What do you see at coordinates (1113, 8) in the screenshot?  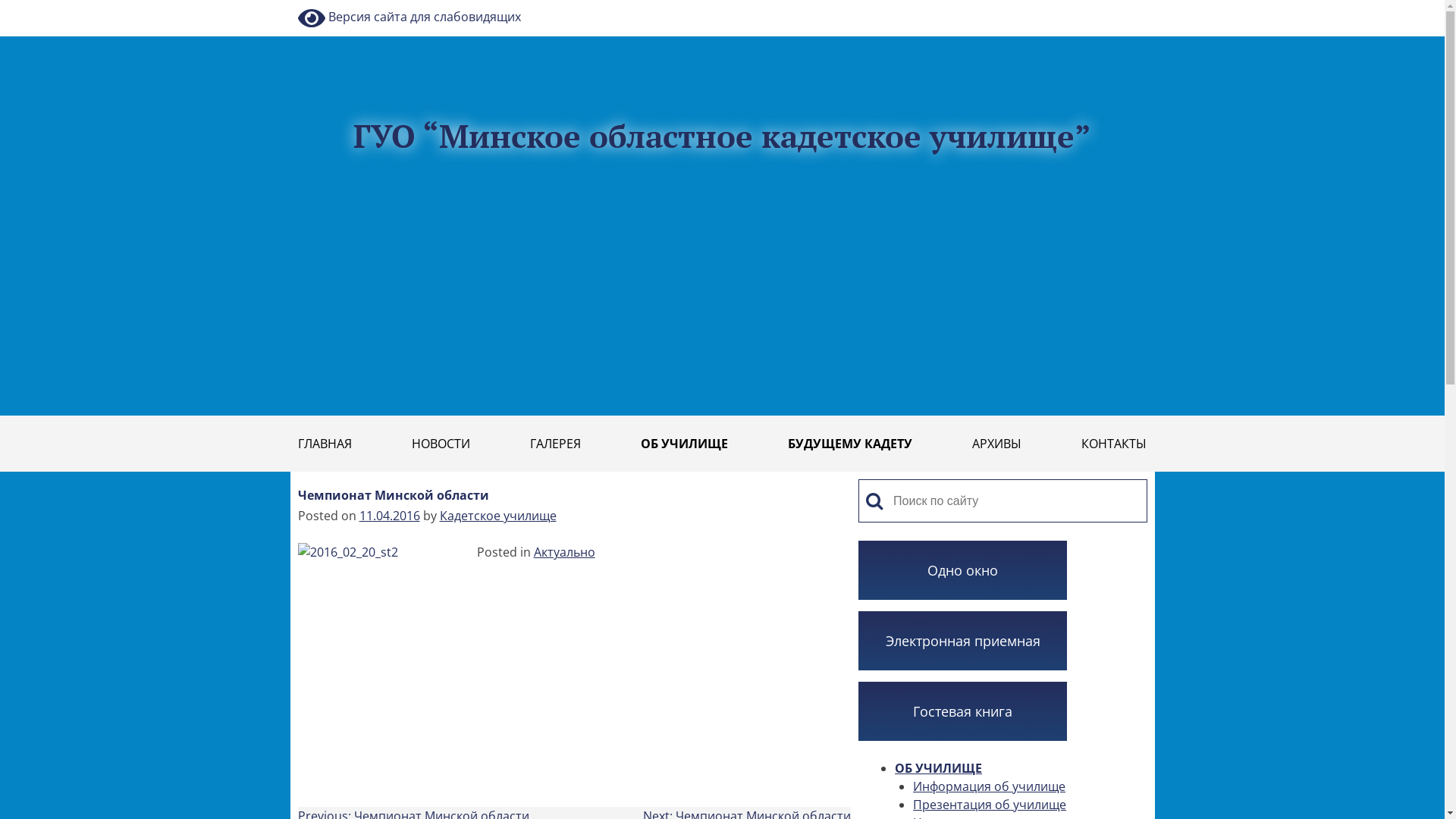 I see `'Belarusian'` at bounding box center [1113, 8].